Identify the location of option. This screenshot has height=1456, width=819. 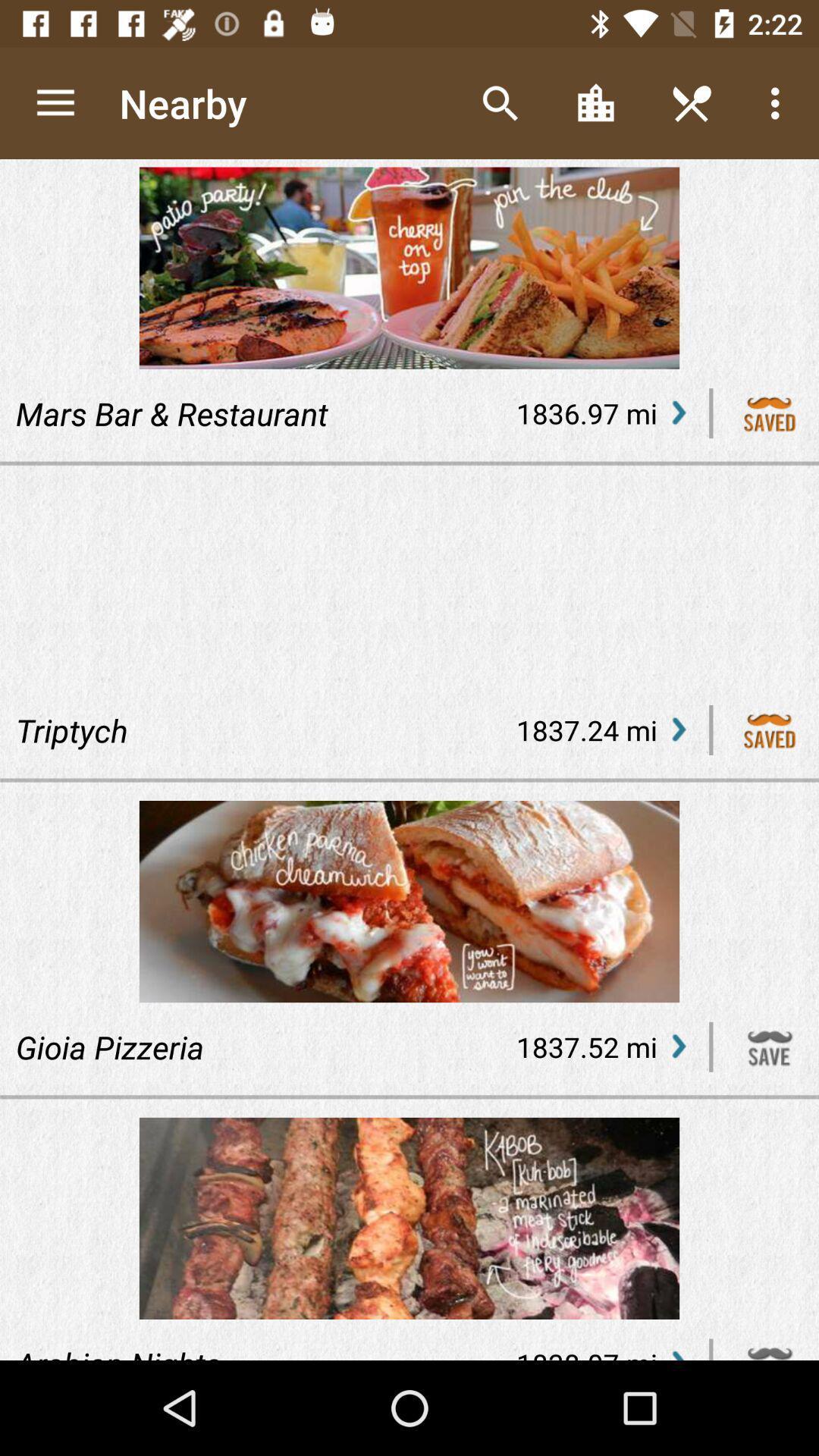
(770, 730).